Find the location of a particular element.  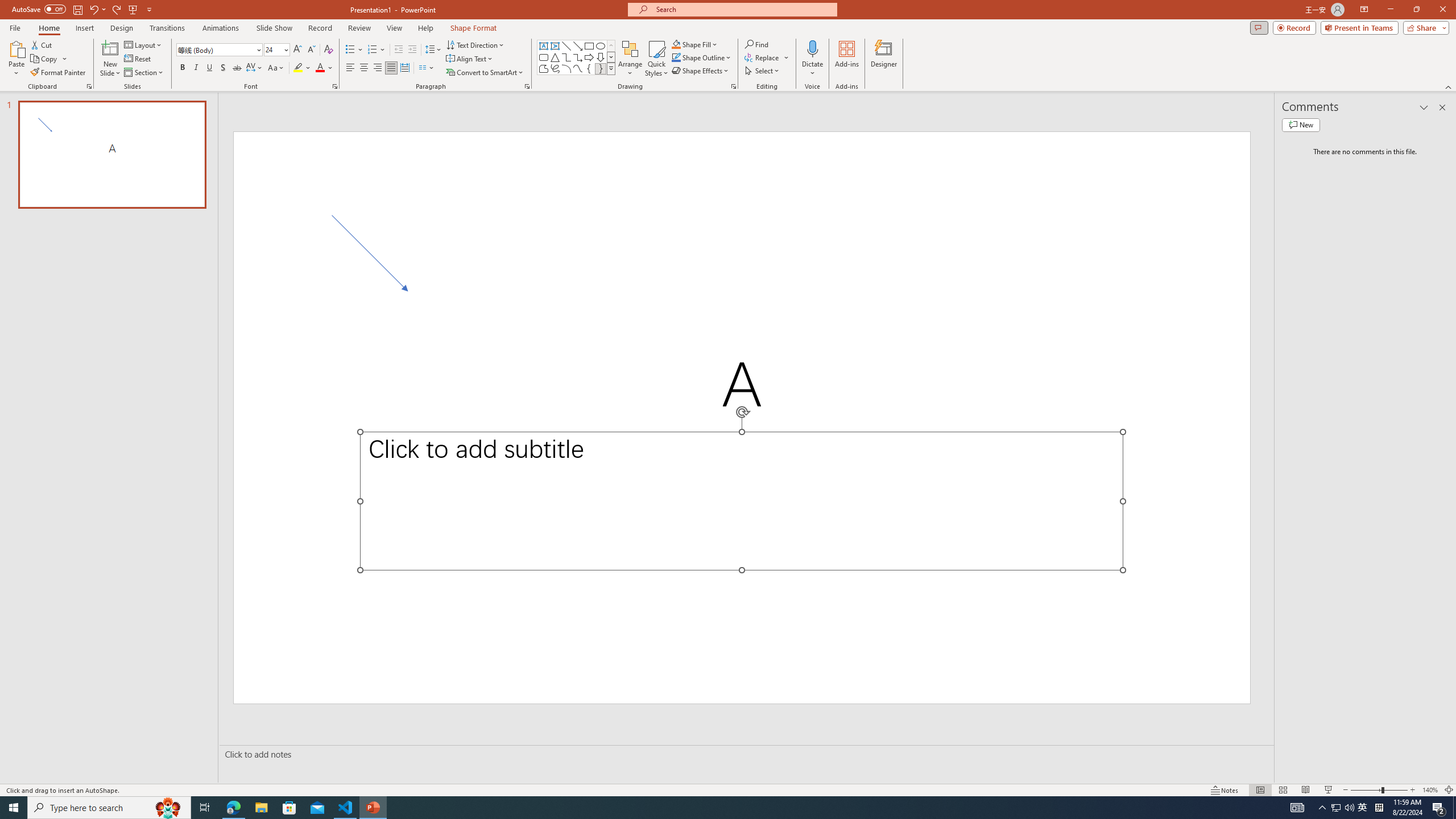

'Change Case' is located at coordinates (276, 67).